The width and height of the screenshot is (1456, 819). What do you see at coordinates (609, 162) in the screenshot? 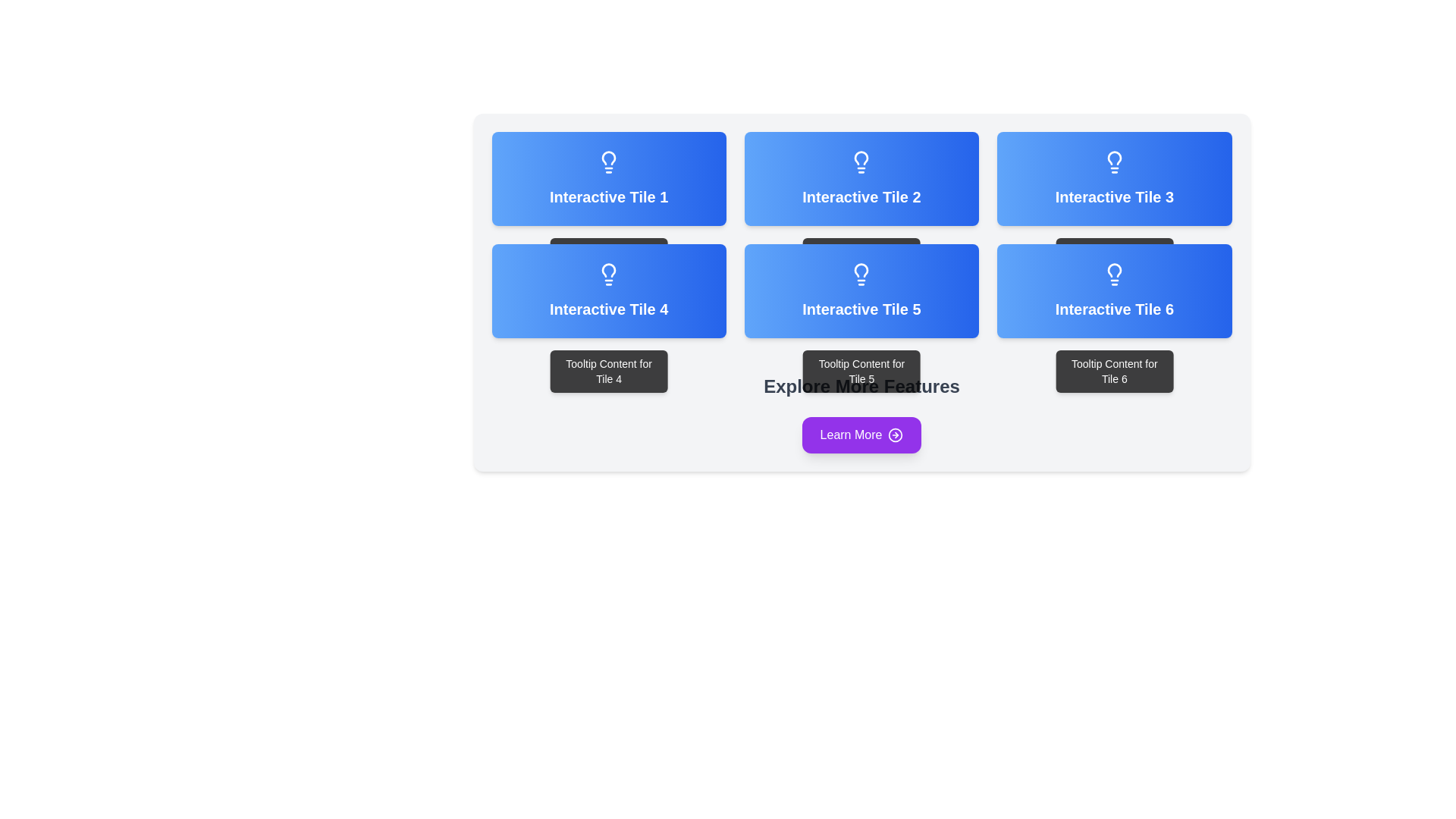
I see `the decorative icon located in the top-left tile of the 2x3 grid layout, which represents a feature related to 'Interactive Tile 1'` at bounding box center [609, 162].